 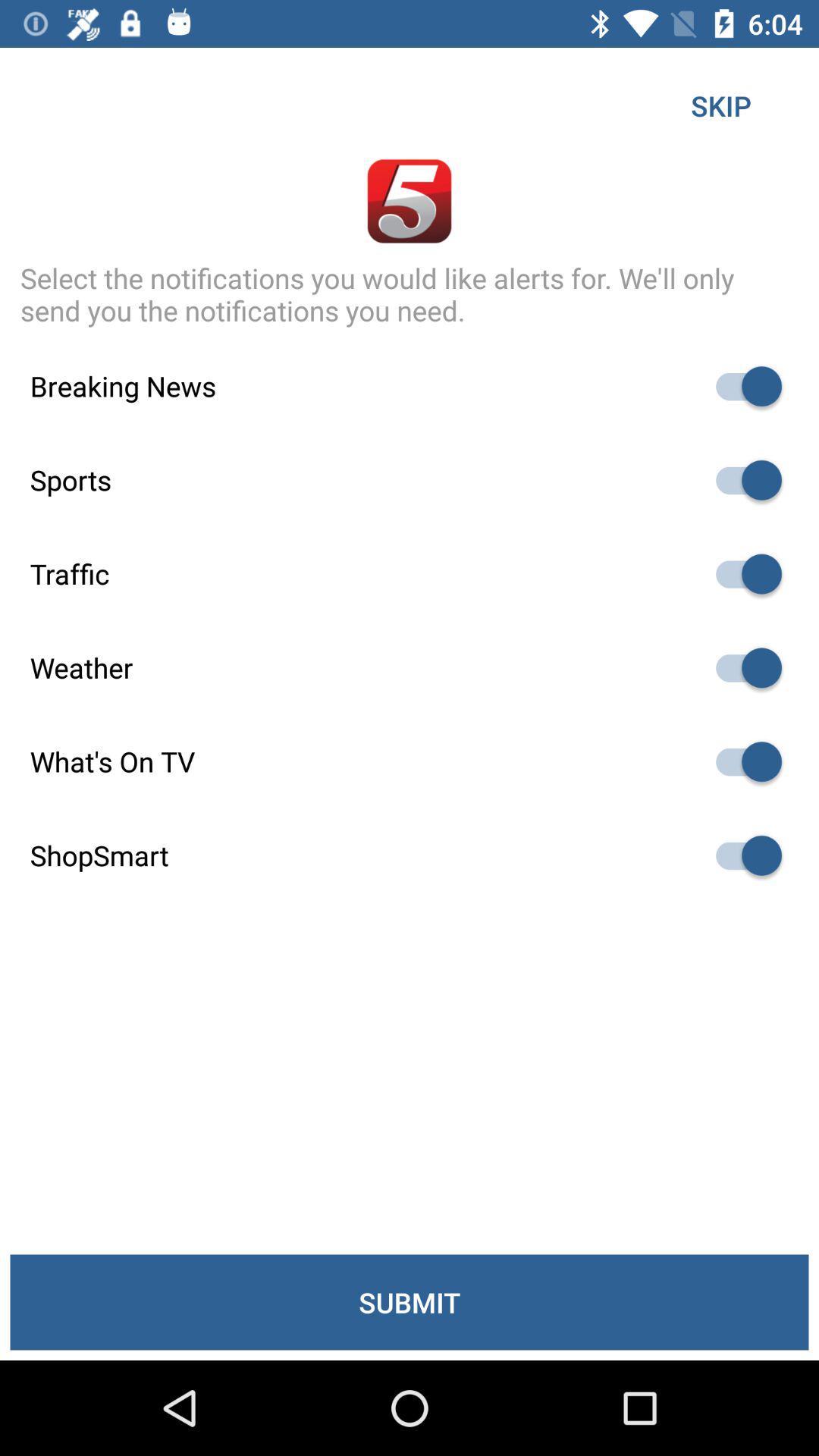 What do you see at coordinates (741, 479) in the screenshot?
I see `remove sports notifications` at bounding box center [741, 479].